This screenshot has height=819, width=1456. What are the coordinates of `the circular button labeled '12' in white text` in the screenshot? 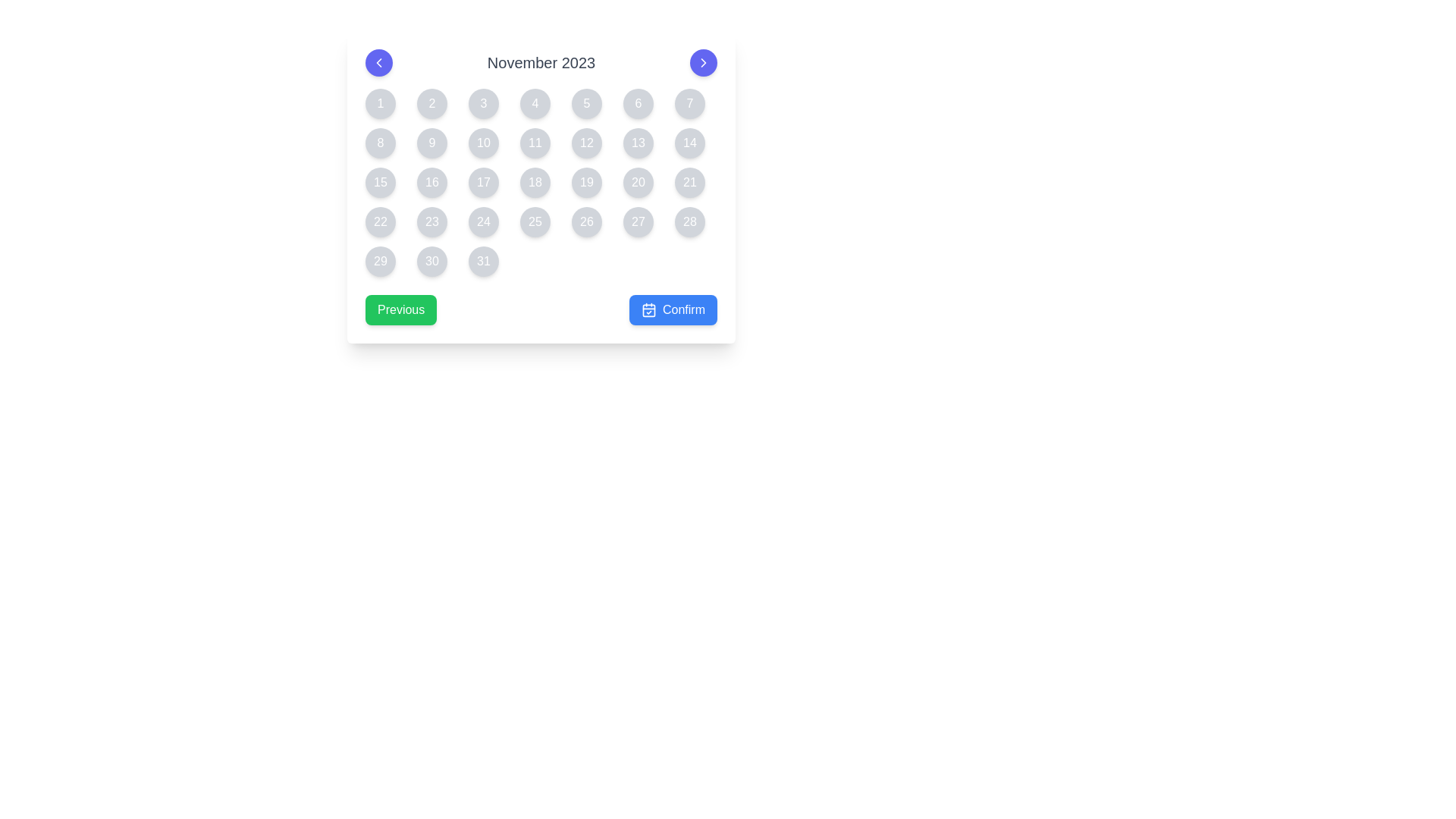 It's located at (585, 143).